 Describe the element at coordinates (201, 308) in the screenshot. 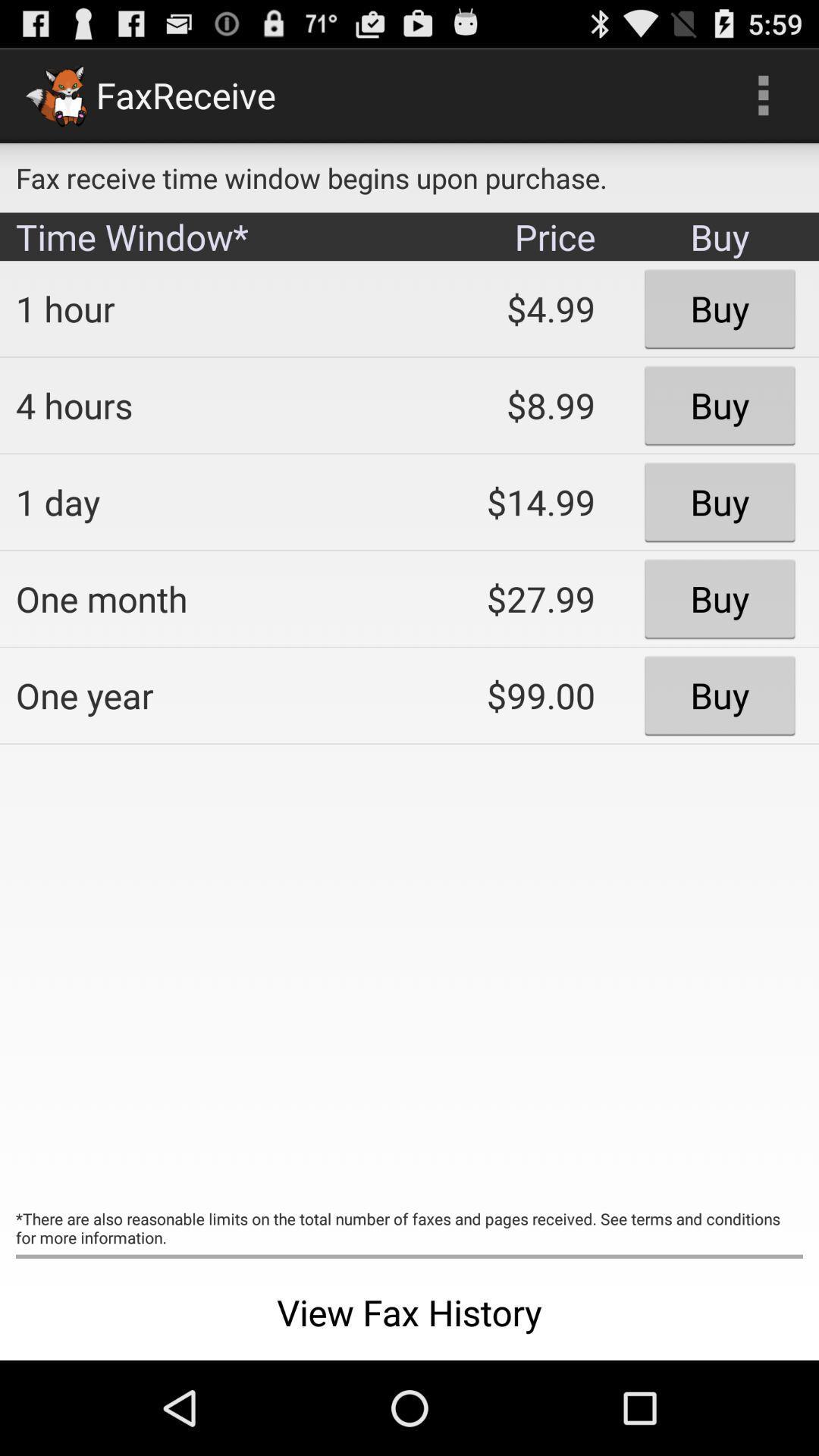

I see `item next to price icon` at that location.